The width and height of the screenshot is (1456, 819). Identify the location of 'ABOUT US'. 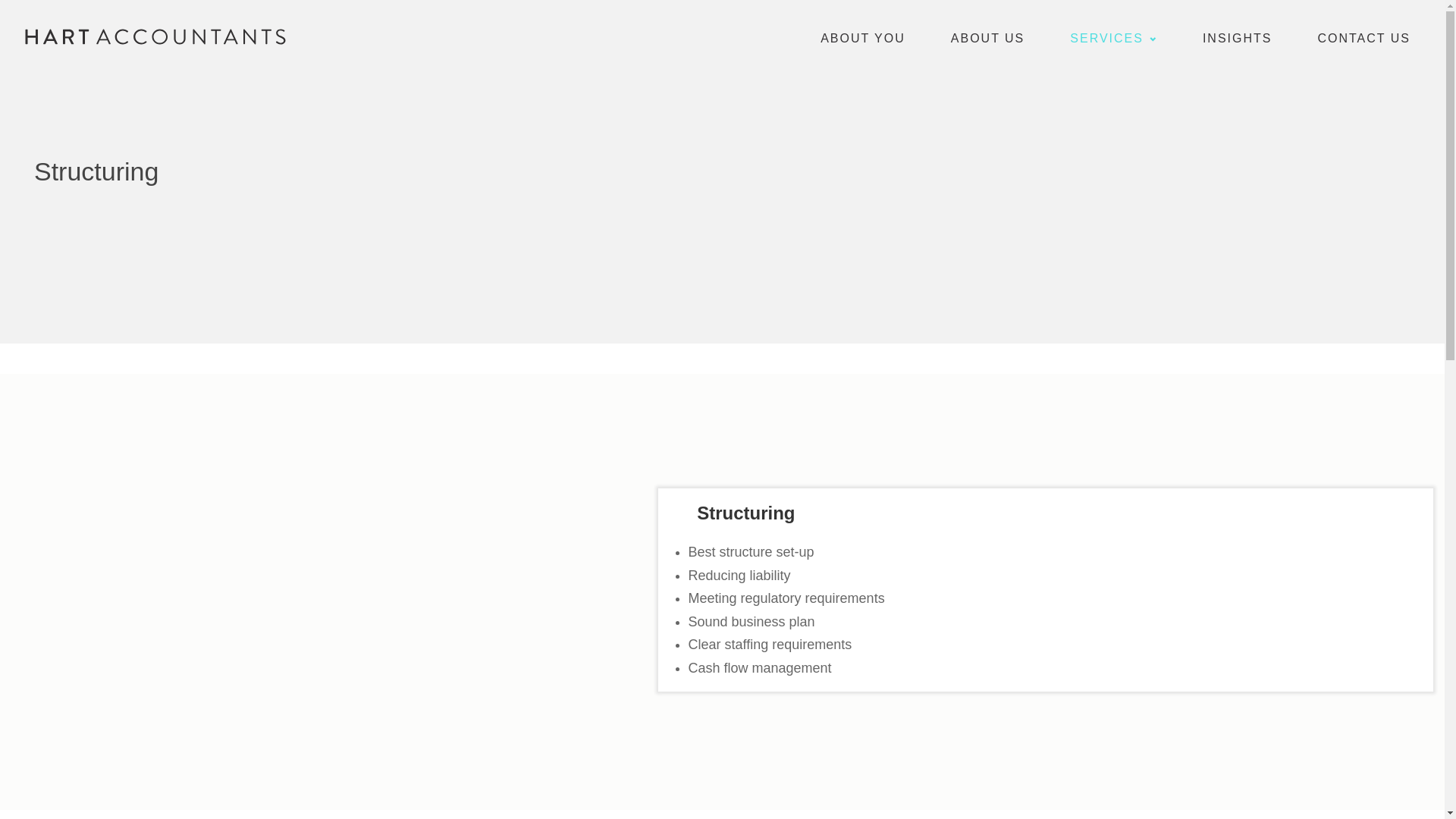
(987, 36).